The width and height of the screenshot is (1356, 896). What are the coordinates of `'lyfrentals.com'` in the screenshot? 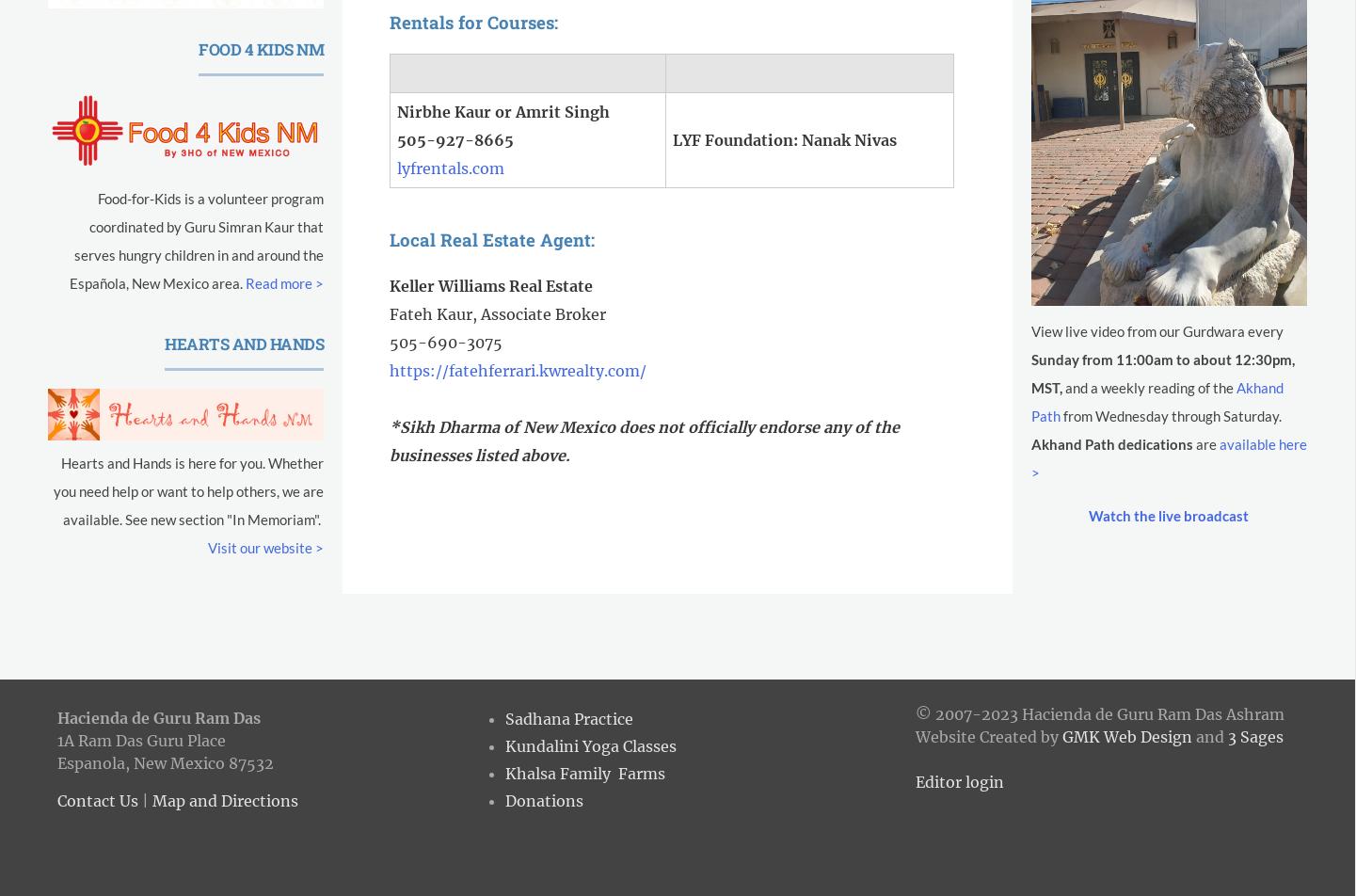 It's located at (449, 168).